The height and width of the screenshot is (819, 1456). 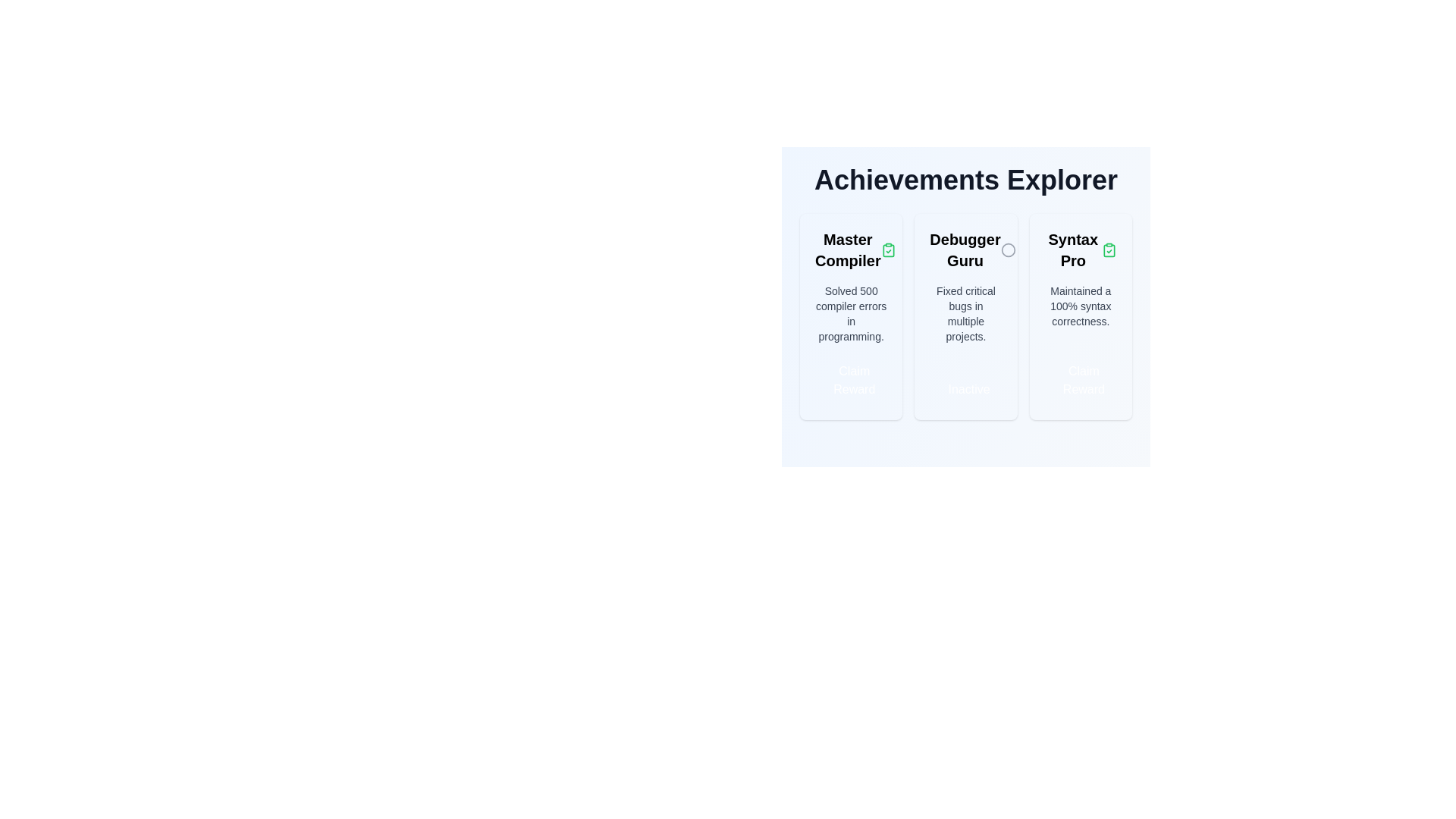 What do you see at coordinates (1109, 249) in the screenshot?
I see `the green clipboard icon with a checkmark located in the upper-right corner of the 'Syntax Pro' achievement card` at bounding box center [1109, 249].